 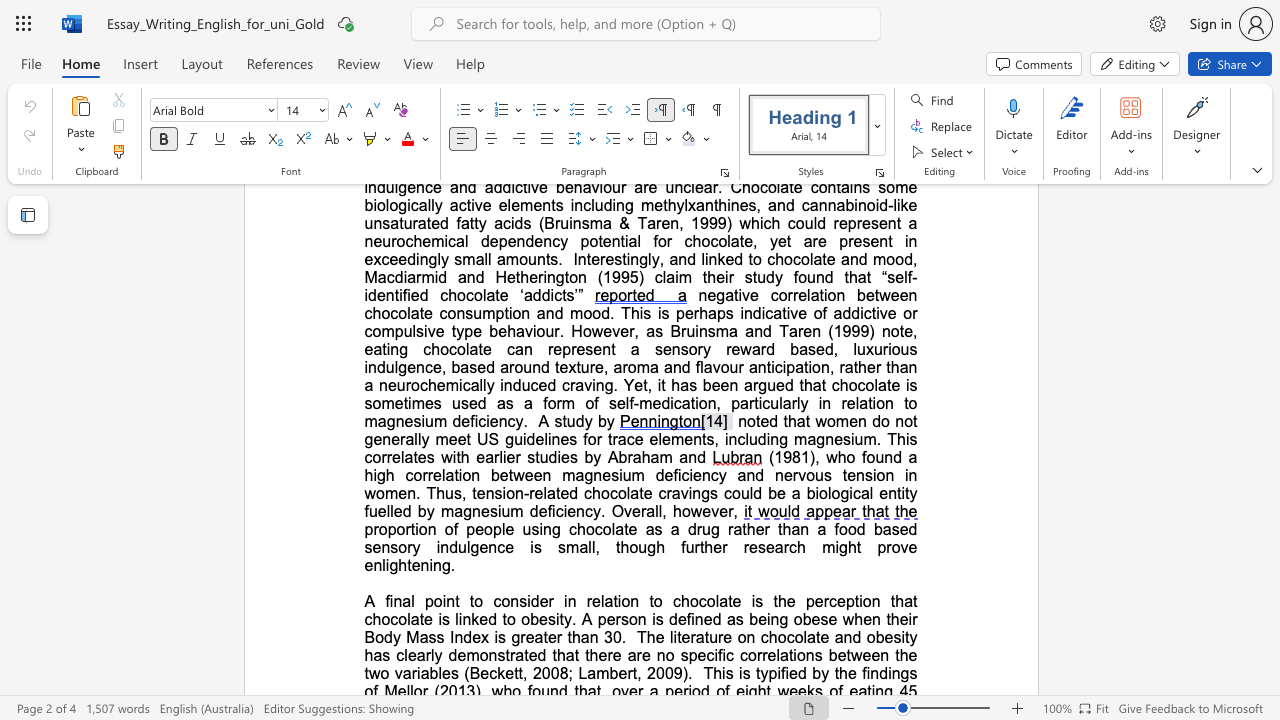 I want to click on the subset text "rated" within the text "demonstrated", so click(x=509, y=655).